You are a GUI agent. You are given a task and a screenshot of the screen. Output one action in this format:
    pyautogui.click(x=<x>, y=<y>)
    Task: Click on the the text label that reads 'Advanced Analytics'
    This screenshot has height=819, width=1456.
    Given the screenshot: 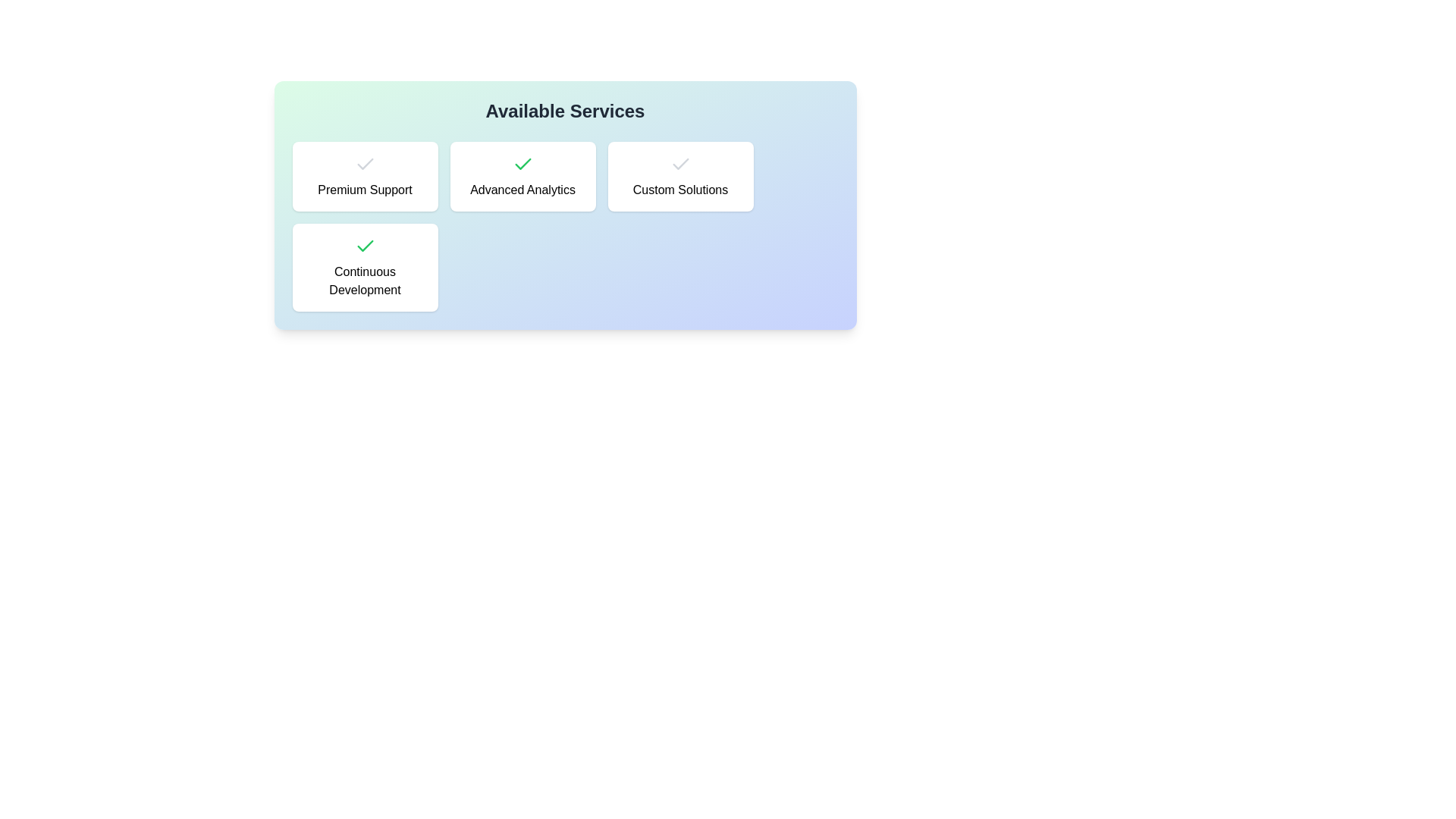 What is the action you would take?
    pyautogui.click(x=522, y=189)
    